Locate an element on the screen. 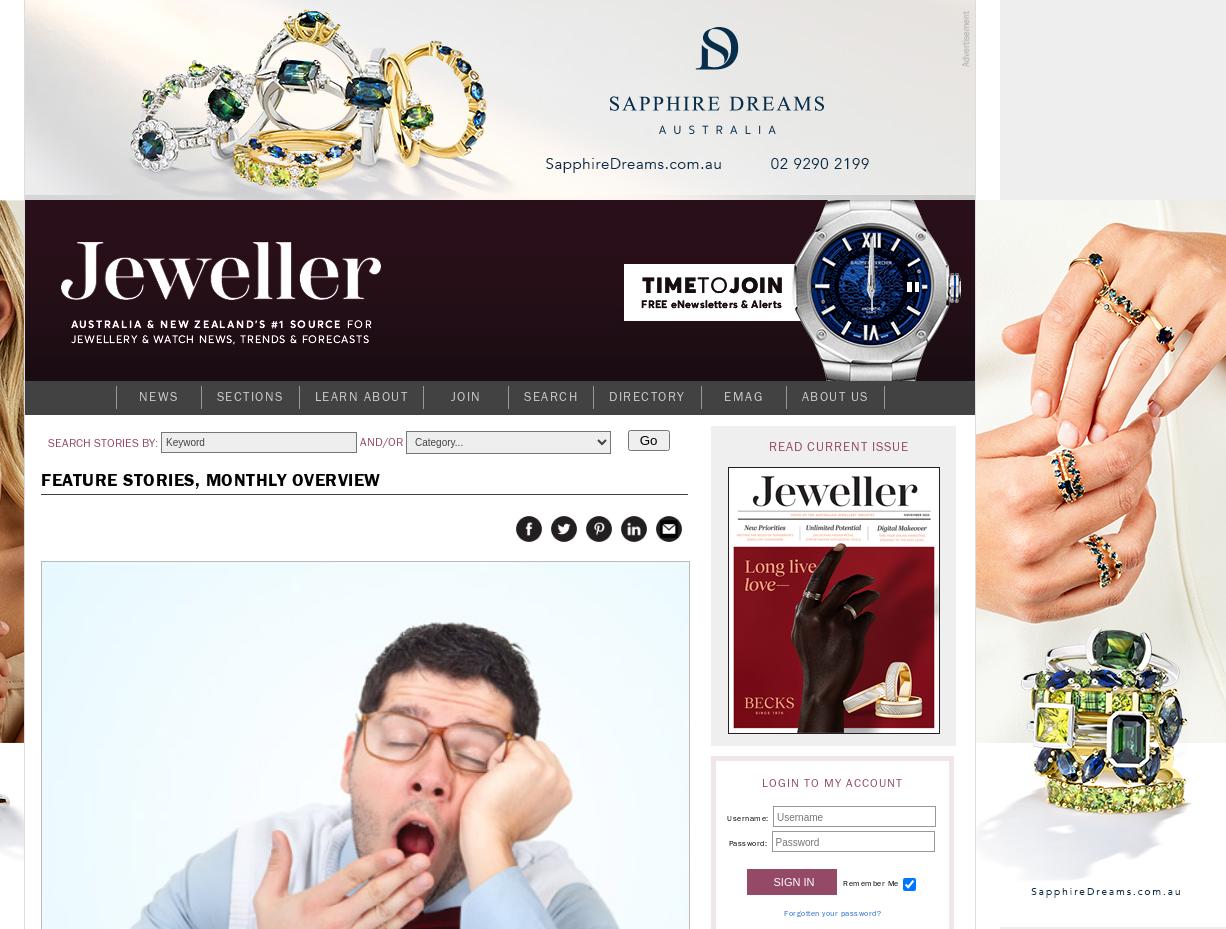 The width and height of the screenshot is (1226, 929). 'Share' is located at coordinates (669, 537).